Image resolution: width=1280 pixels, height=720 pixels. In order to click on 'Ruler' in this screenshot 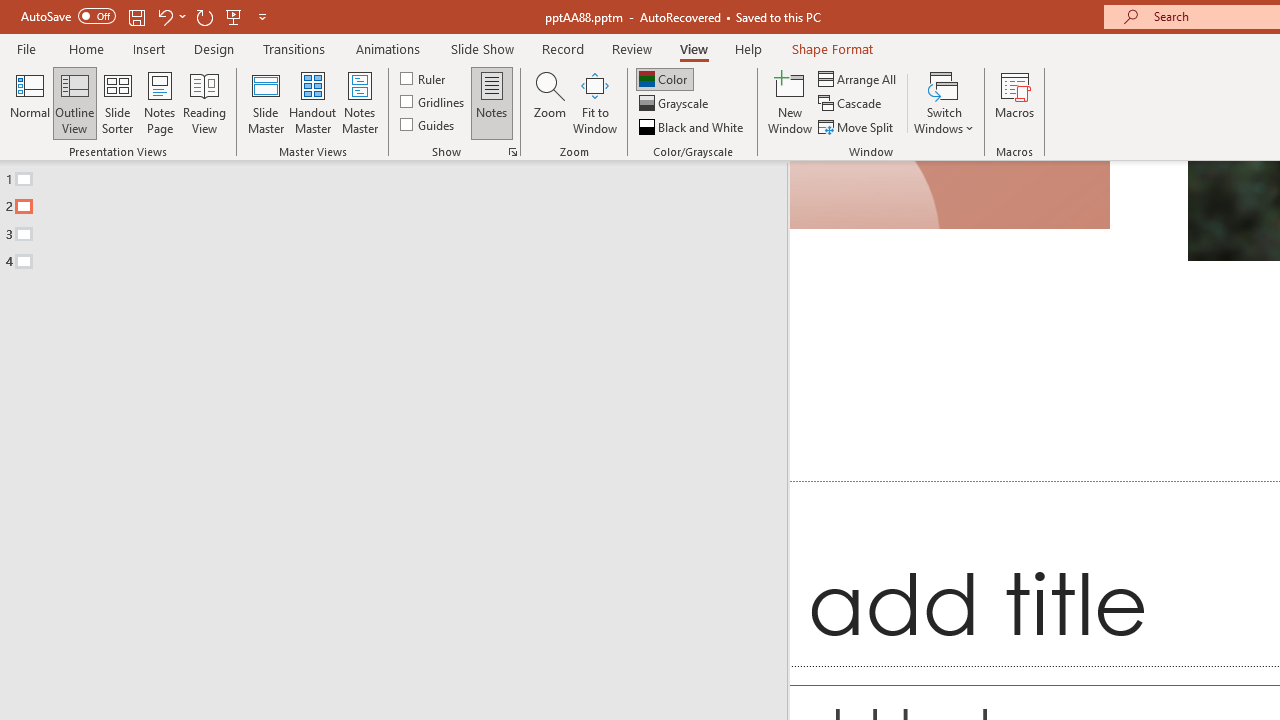, I will do `click(423, 77)`.